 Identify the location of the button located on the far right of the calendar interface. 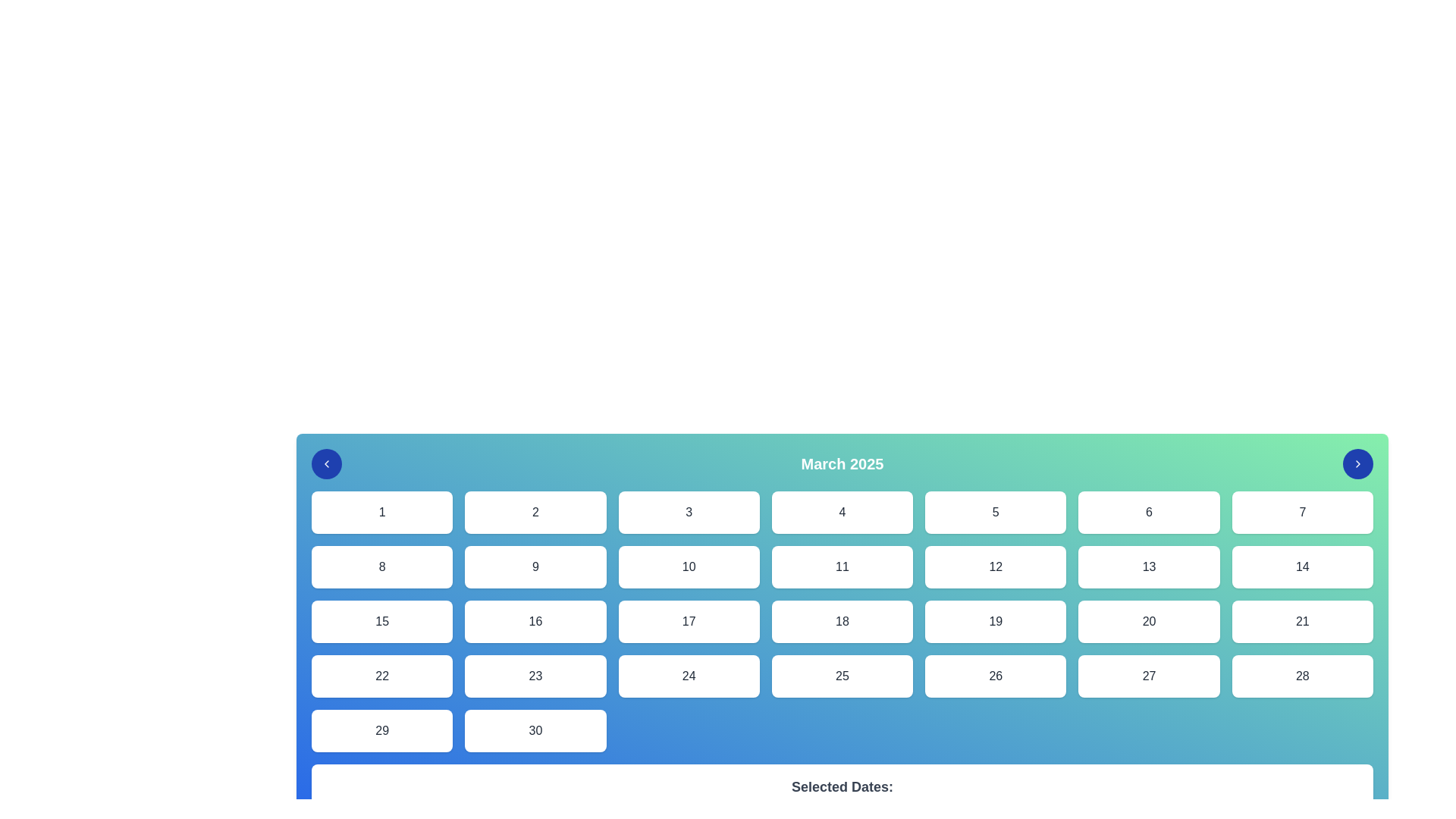
(1357, 463).